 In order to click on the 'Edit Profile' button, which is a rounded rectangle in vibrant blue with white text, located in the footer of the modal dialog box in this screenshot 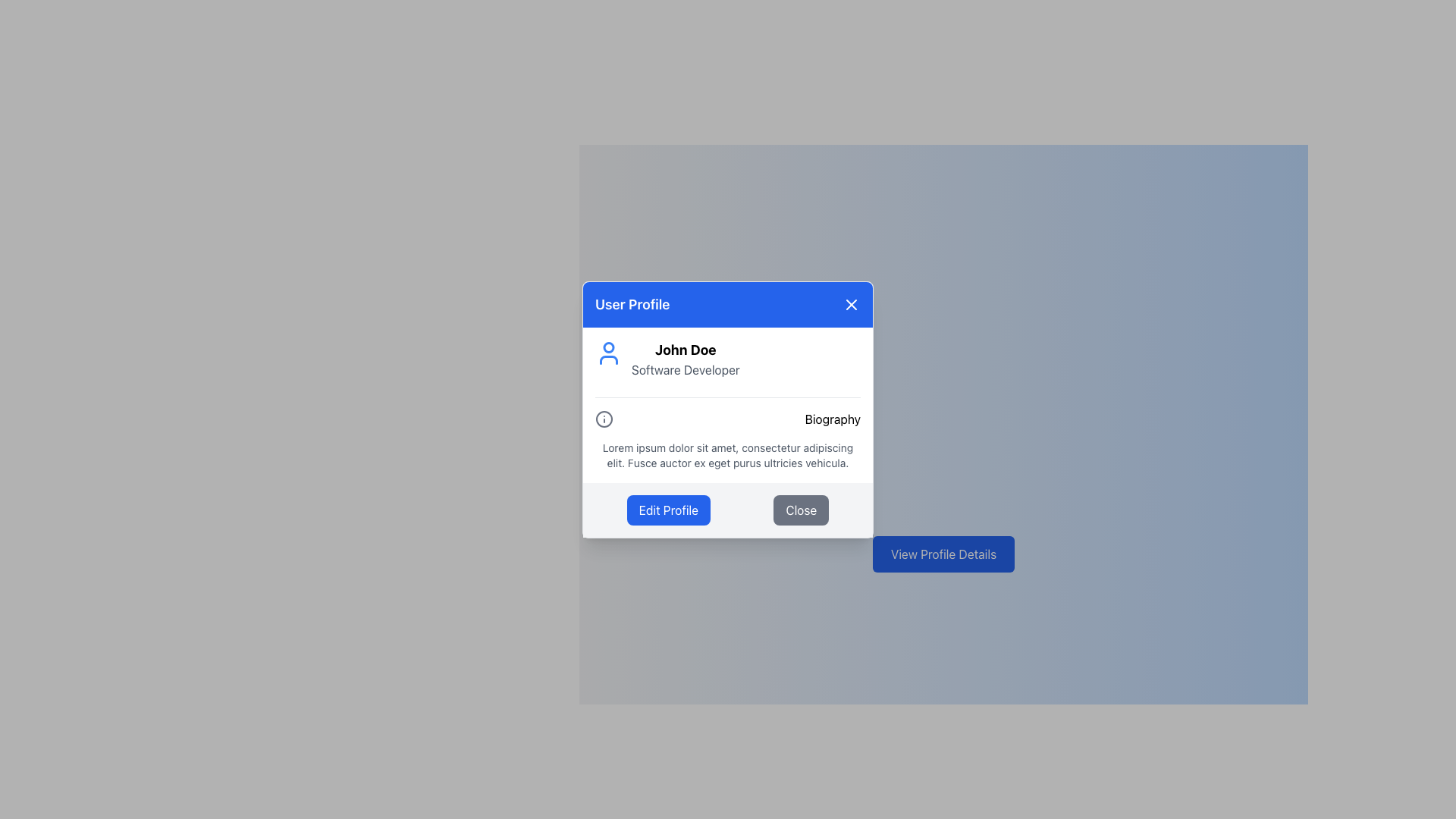, I will do `click(667, 510)`.